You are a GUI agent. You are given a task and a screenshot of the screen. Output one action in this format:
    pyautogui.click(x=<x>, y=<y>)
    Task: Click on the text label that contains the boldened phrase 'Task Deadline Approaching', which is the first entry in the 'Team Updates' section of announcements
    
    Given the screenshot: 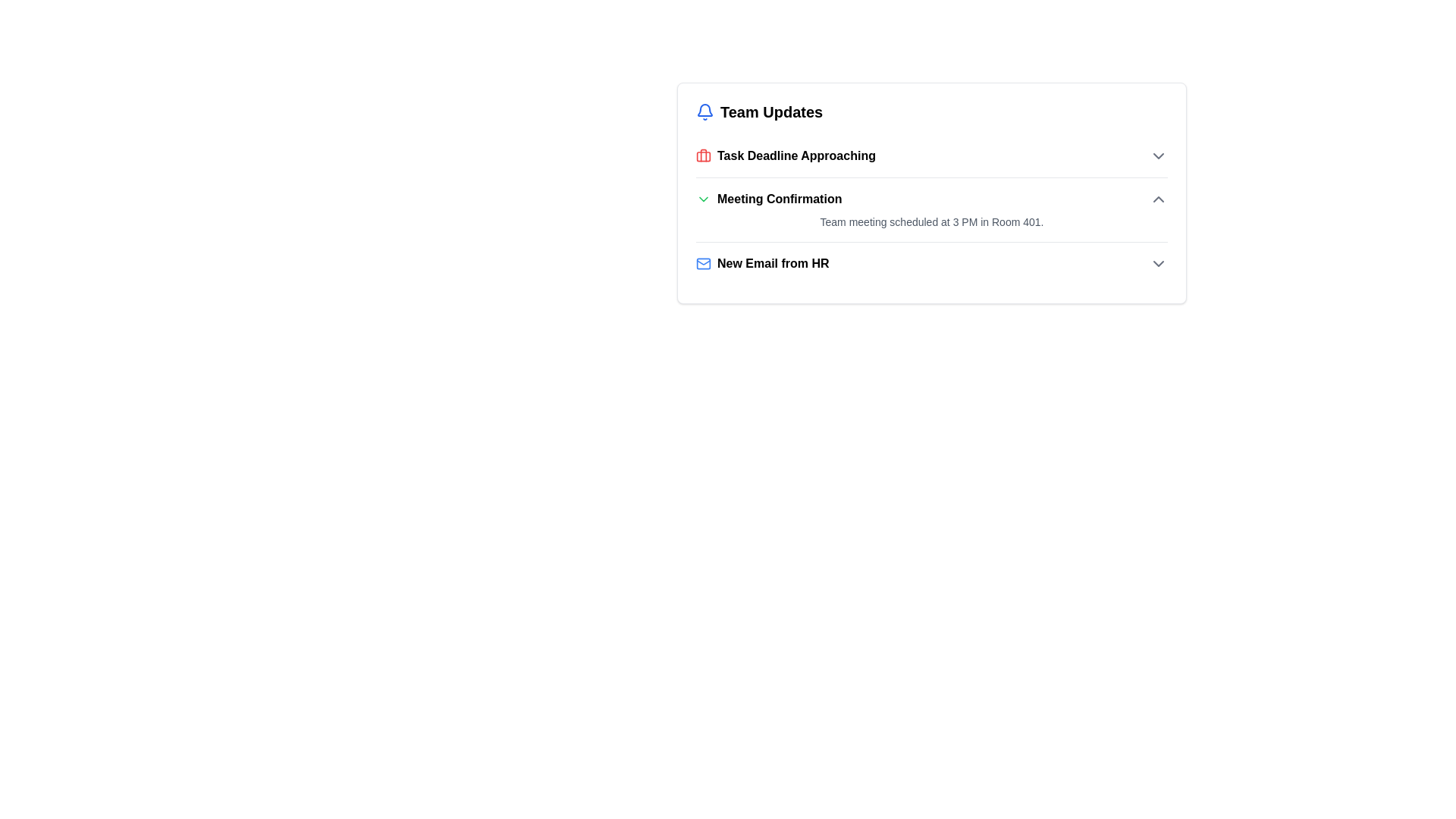 What is the action you would take?
    pyautogui.click(x=795, y=155)
    